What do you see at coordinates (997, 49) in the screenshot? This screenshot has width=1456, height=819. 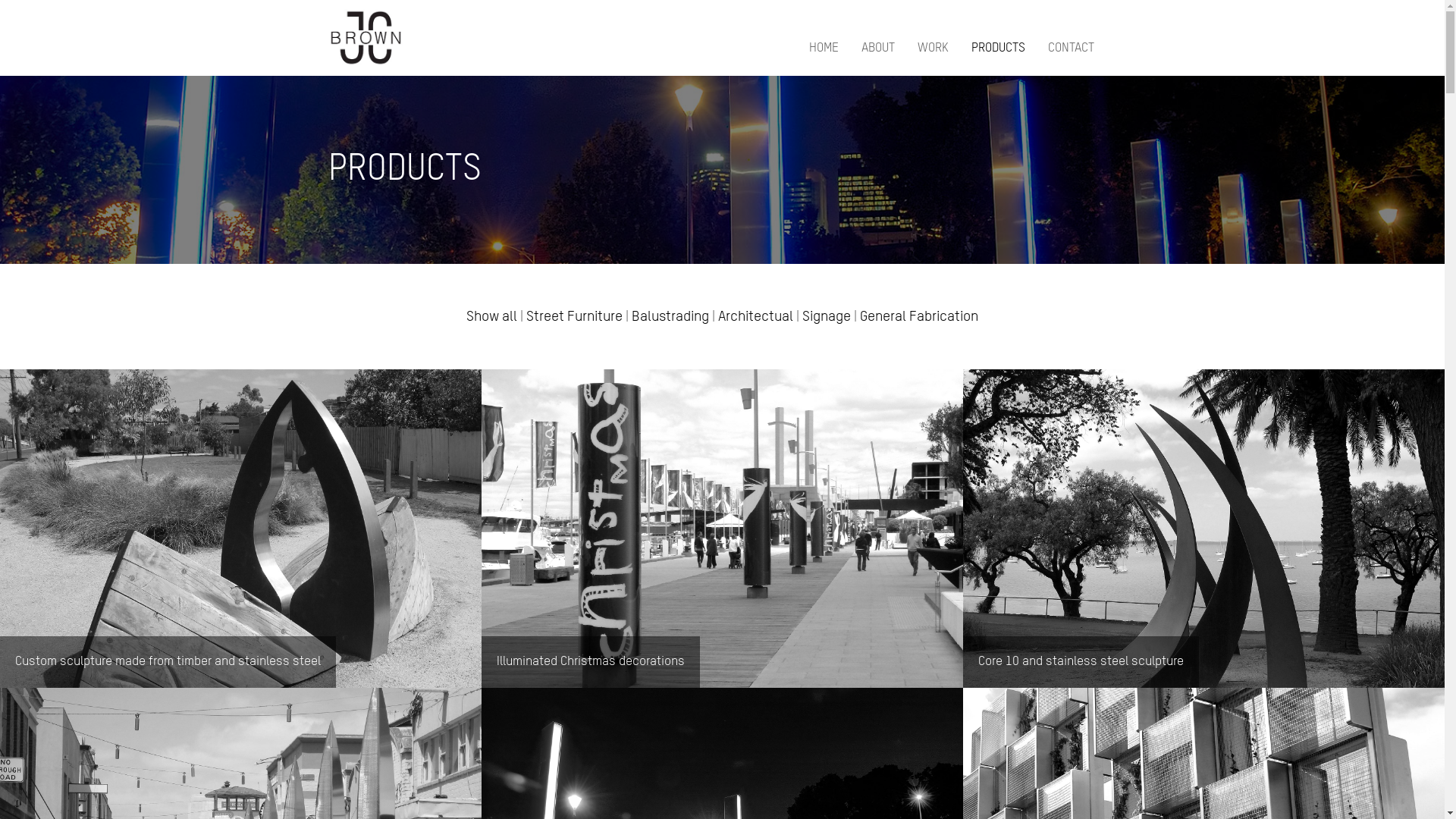 I see `'PRODUCTS'` at bounding box center [997, 49].